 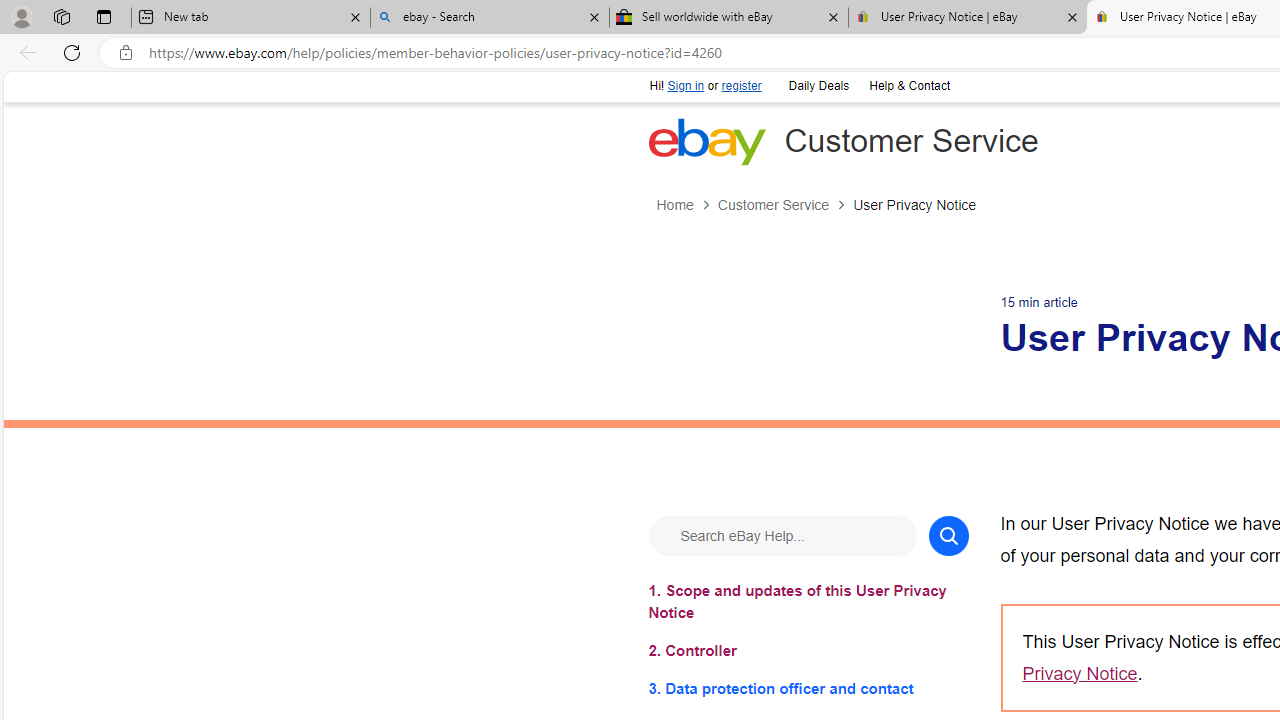 What do you see at coordinates (706, 140) in the screenshot?
I see `'eBay Home'` at bounding box center [706, 140].